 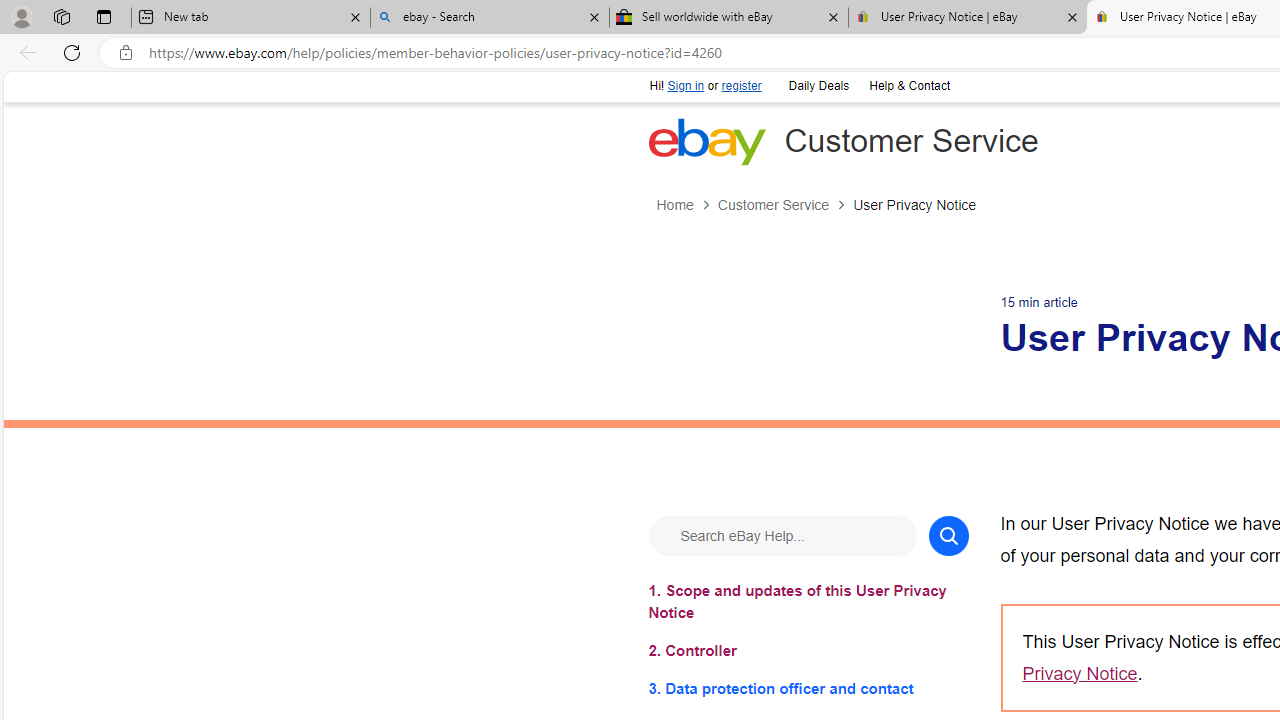 What do you see at coordinates (706, 140) in the screenshot?
I see `'eBay Home'` at bounding box center [706, 140].